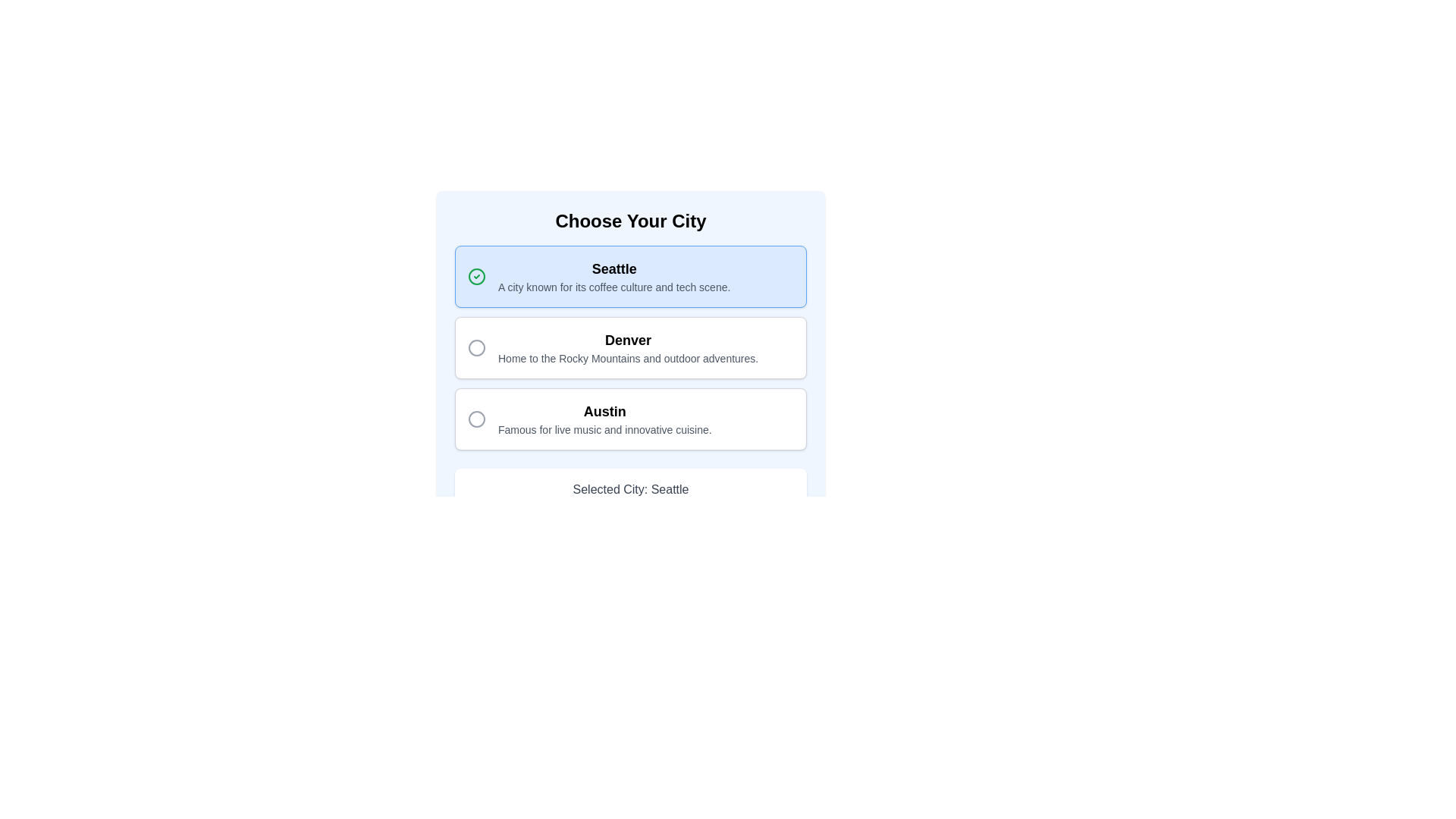 The height and width of the screenshot is (819, 1456). I want to click on the text label that reads 'Famous for live music and innovative cuisine', which is positioned below the header 'Austin' in the city options list, so click(604, 430).